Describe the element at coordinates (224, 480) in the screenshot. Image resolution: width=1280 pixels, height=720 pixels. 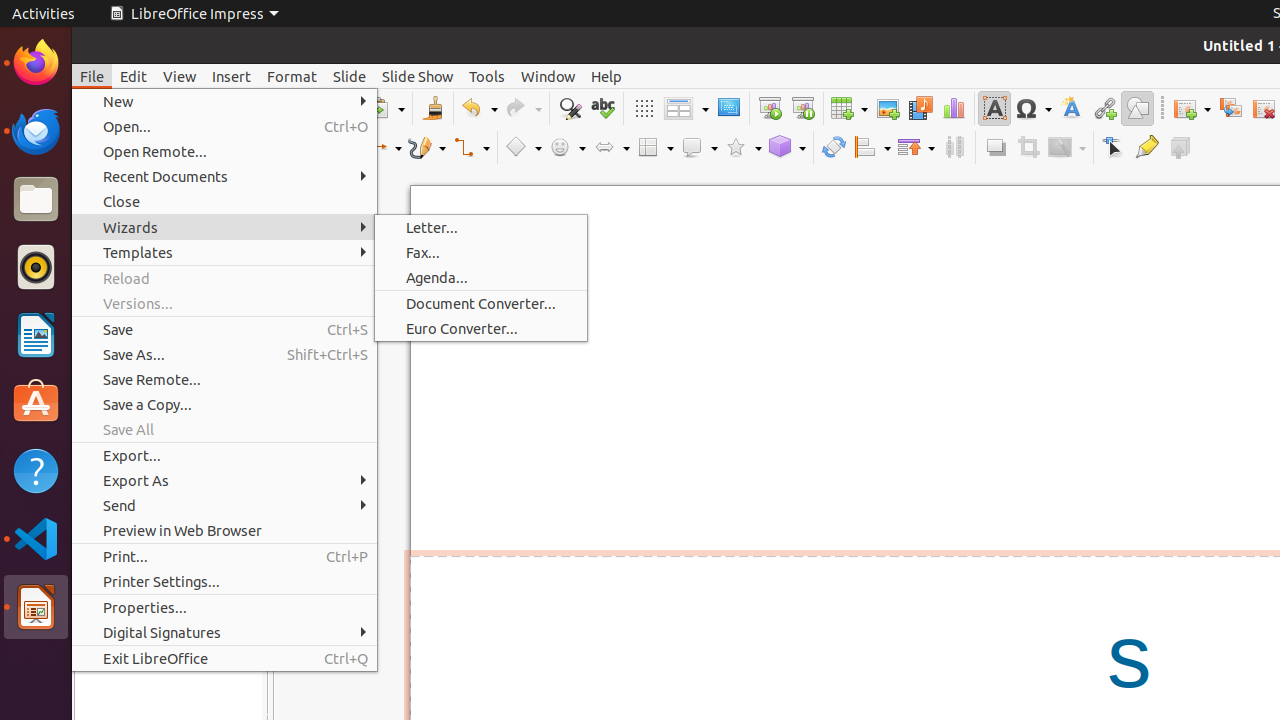
I see `'Export As'` at that location.